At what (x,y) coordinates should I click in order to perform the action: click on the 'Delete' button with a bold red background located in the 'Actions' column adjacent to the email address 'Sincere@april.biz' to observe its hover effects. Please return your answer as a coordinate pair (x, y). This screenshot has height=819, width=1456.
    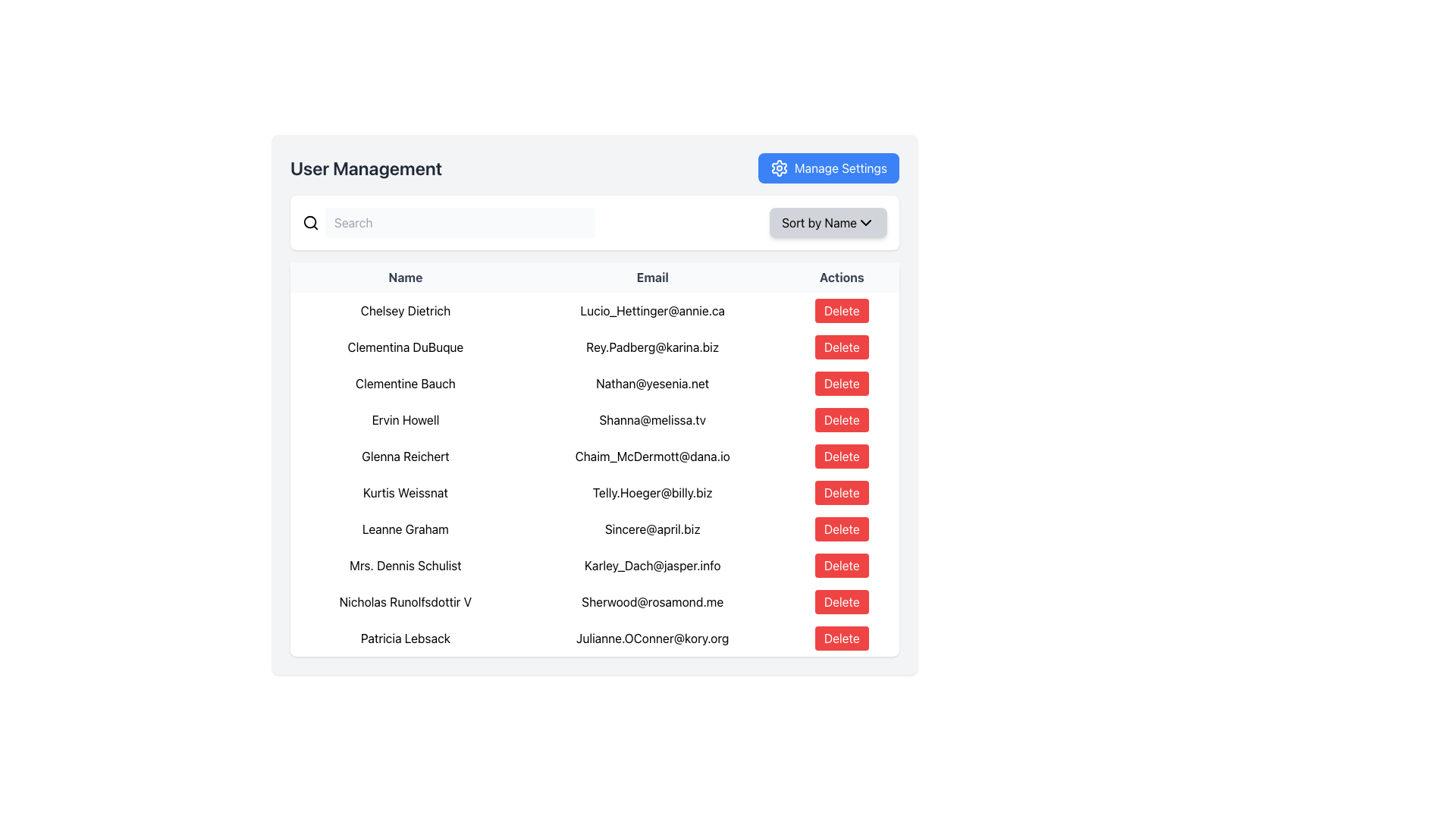
    Looking at the image, I should click on (841, 529).